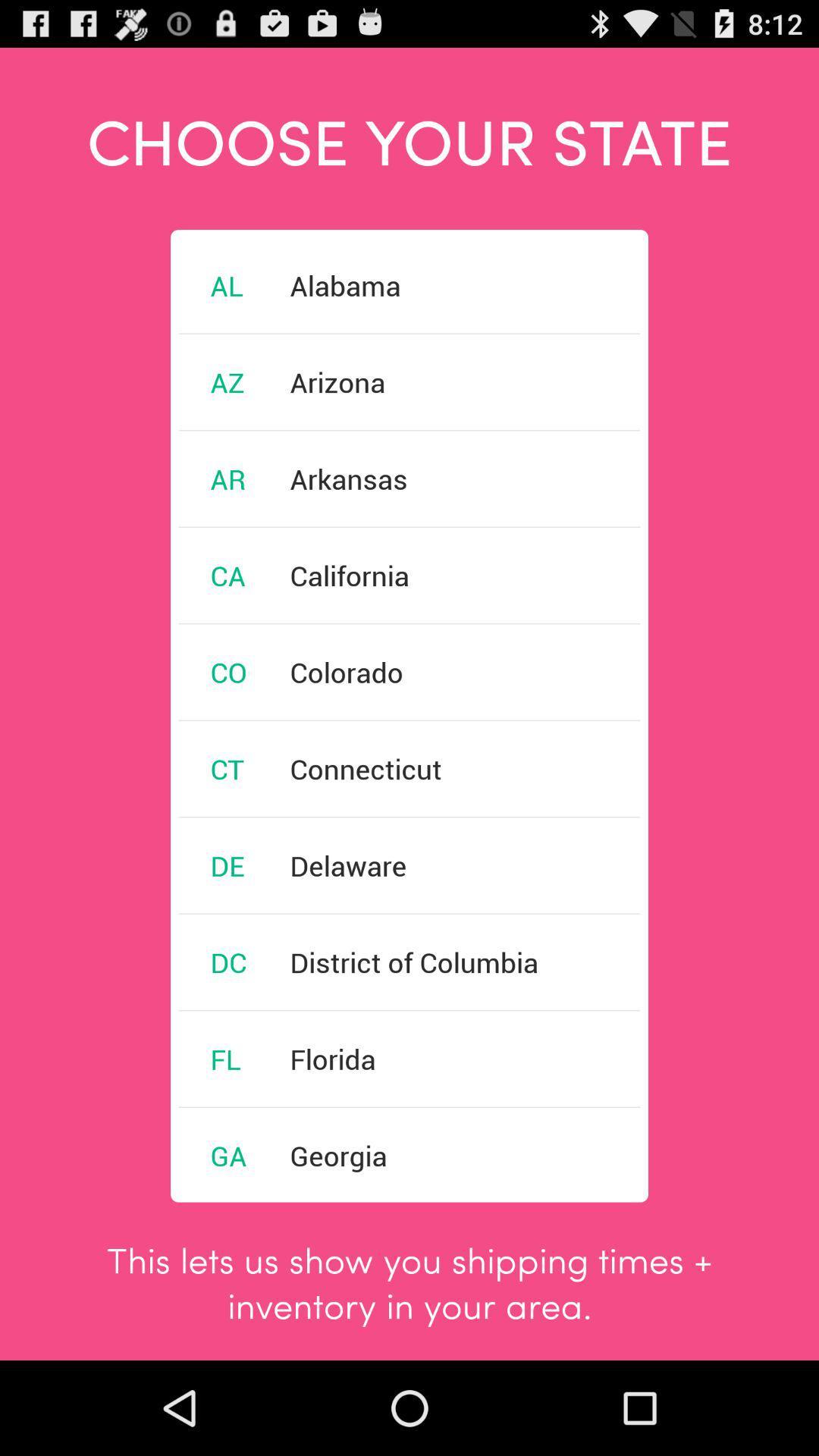 The image size is (819, 1456). Describe the element at coordinates (227, 285) in the screenshot. I see `the icon above the az` at that location.